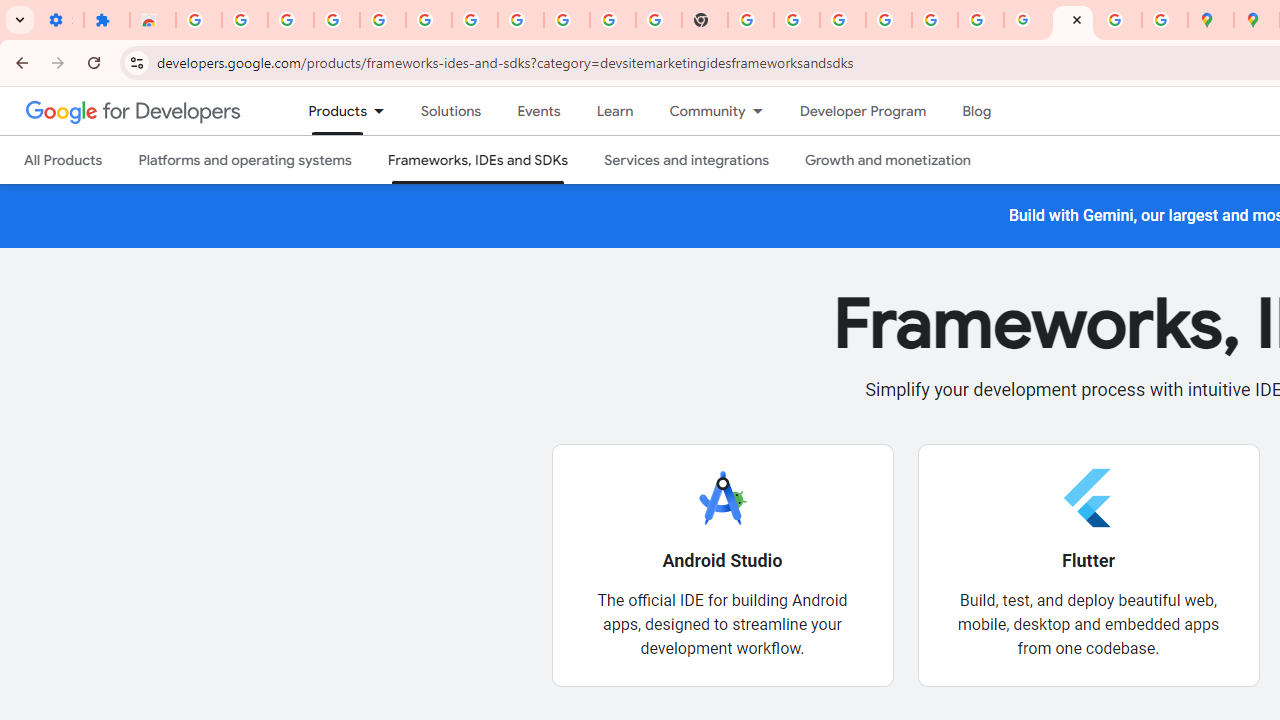  What do you see at coordinates (888, 20) in the screenshot?
I see `'Sign in - Google Accounts'` at bounding box center [888, 20].